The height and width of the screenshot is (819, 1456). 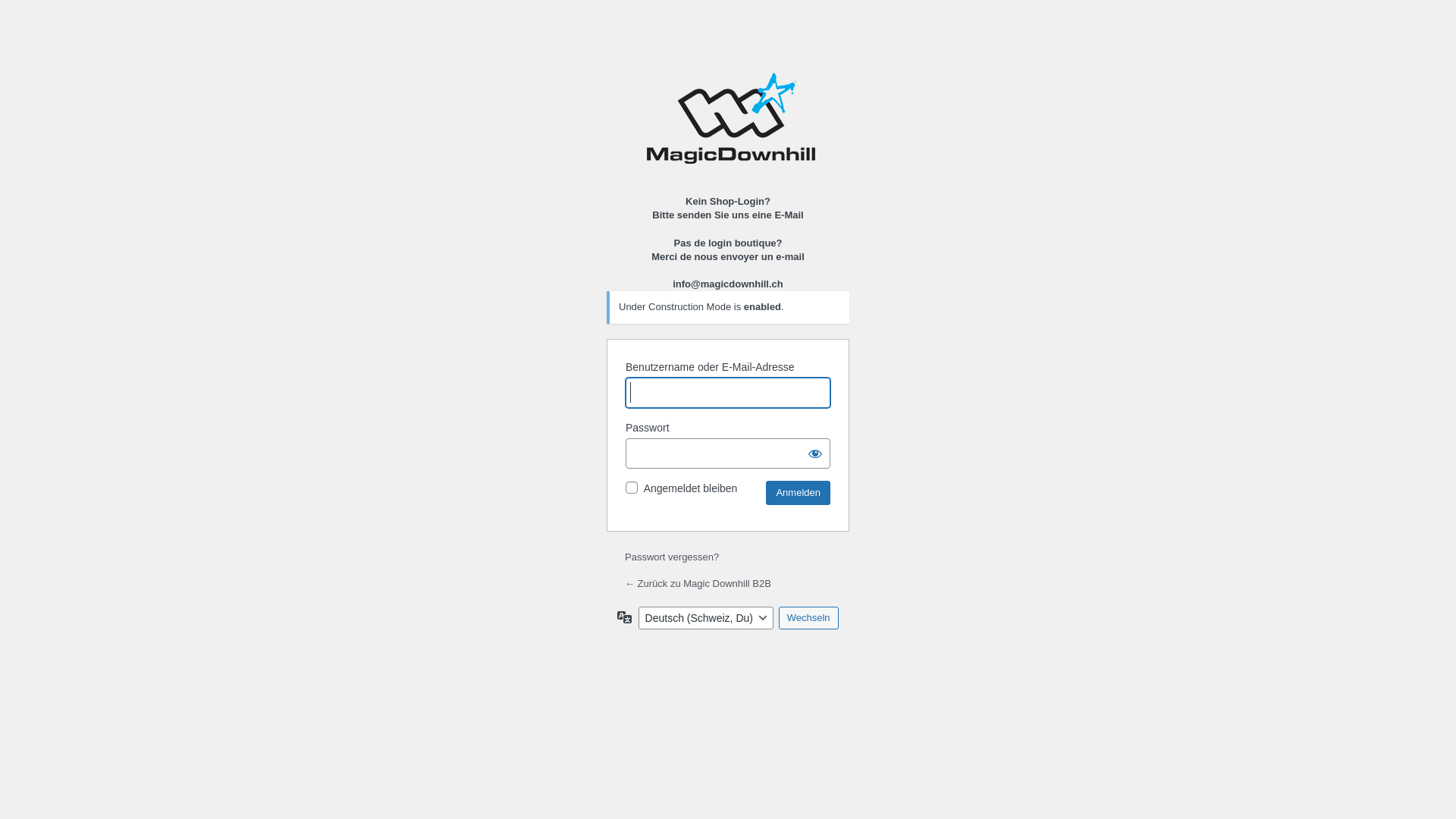 What do you see at coordinates (779, 617) in the screenshot?
I see `'Wechseln'` at bounding box center [779, 617].